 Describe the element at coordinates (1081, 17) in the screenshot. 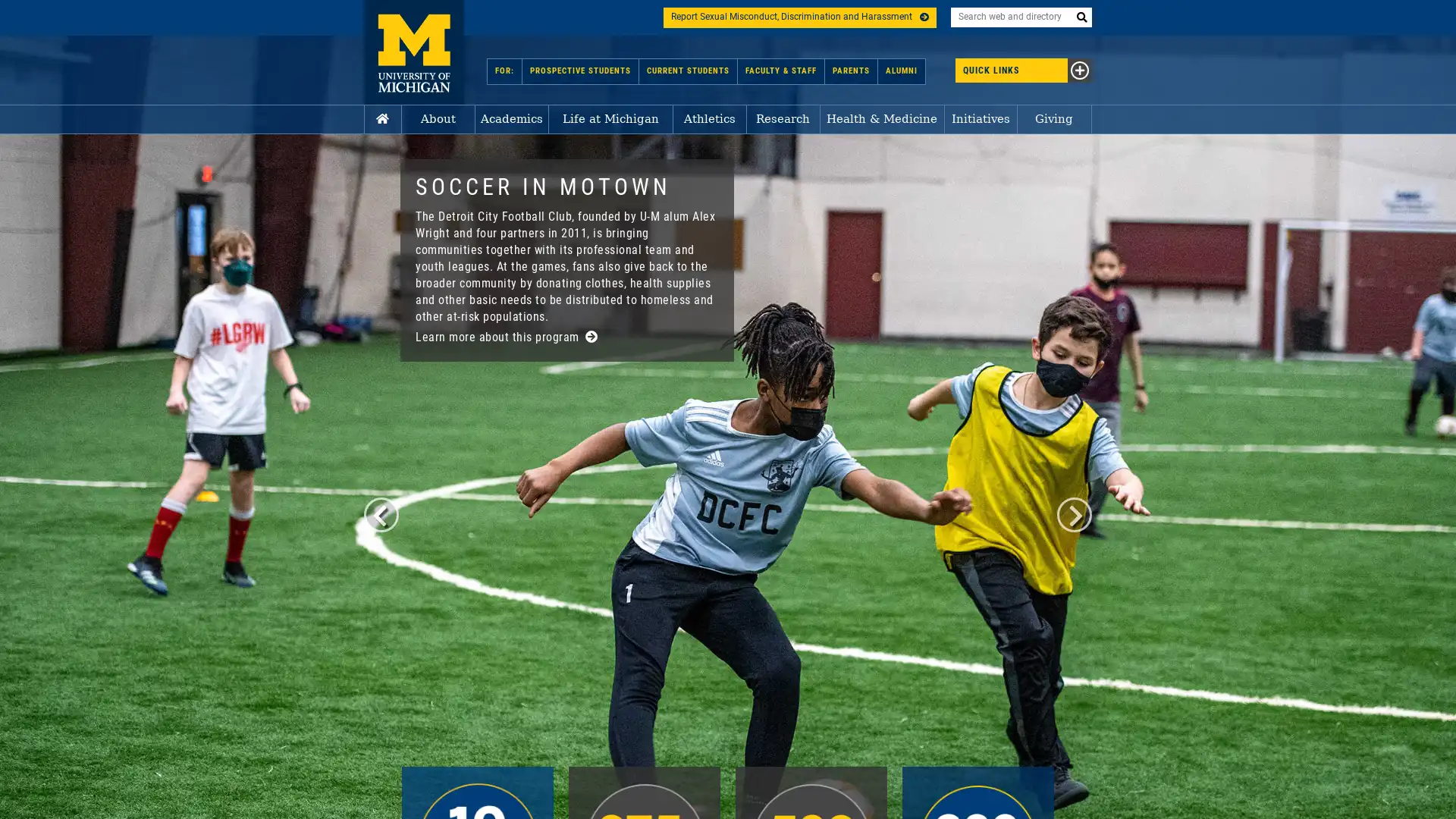

I see `Search` at that location.